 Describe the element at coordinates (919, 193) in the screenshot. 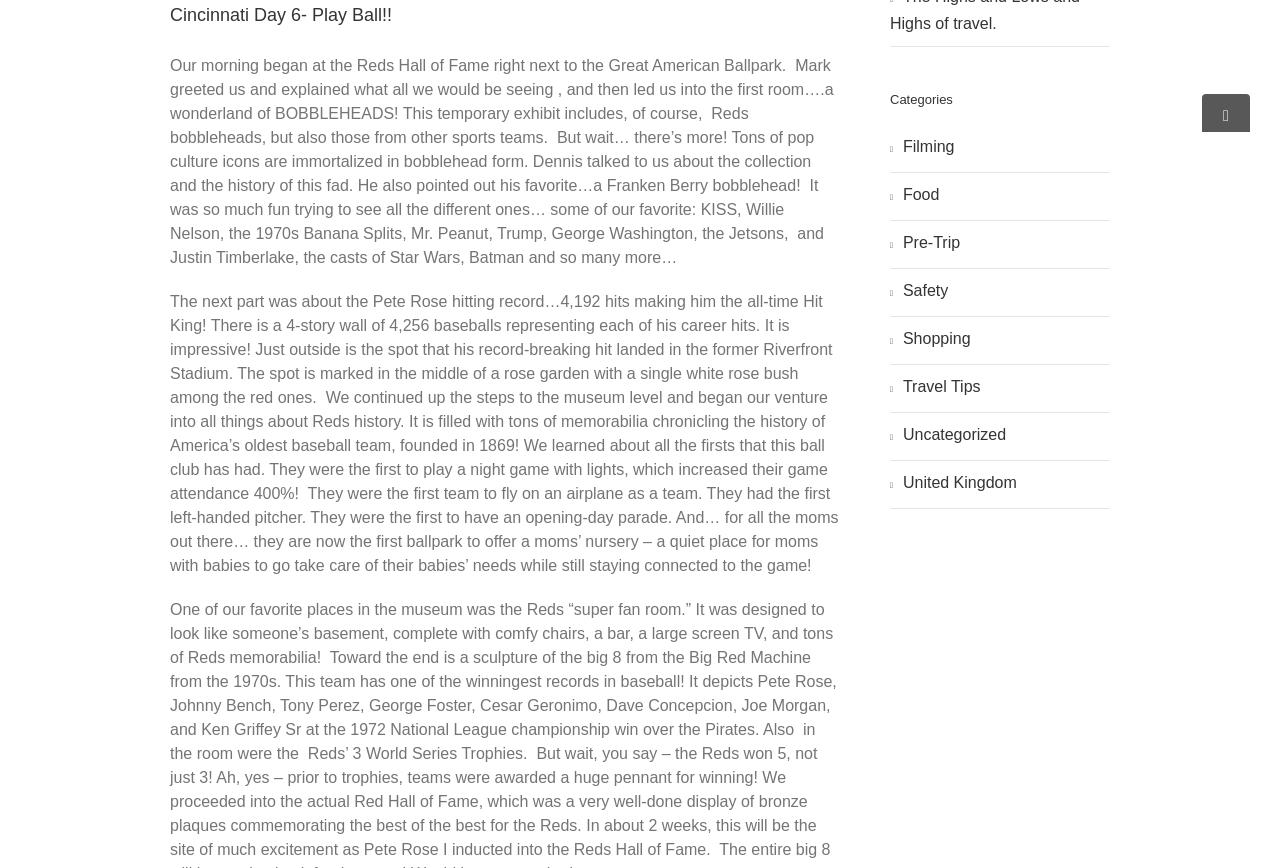

I see `'Food'` at that location.